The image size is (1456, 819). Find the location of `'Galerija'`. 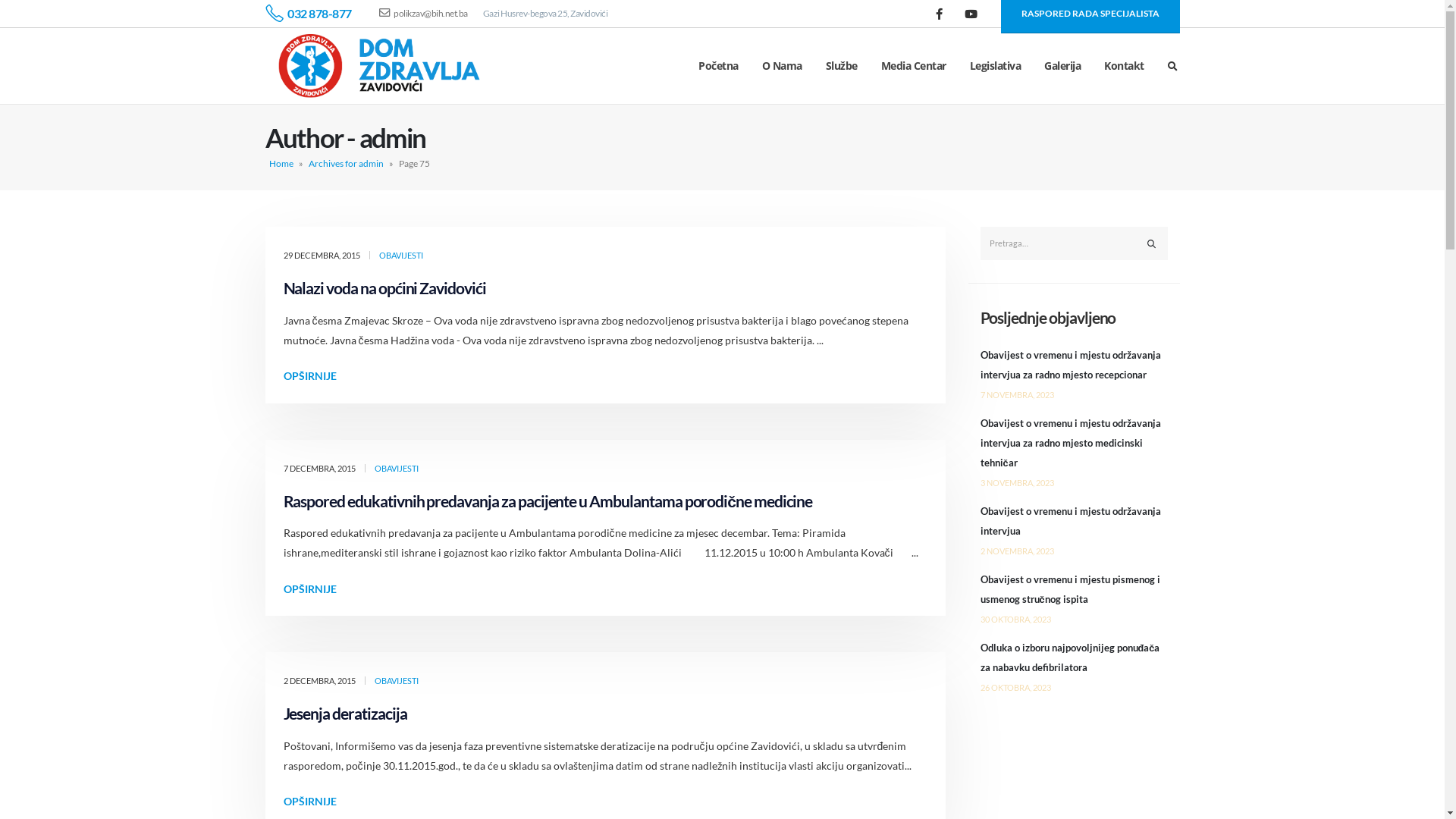

'Galerija' is located at coordinates (1062, 65).